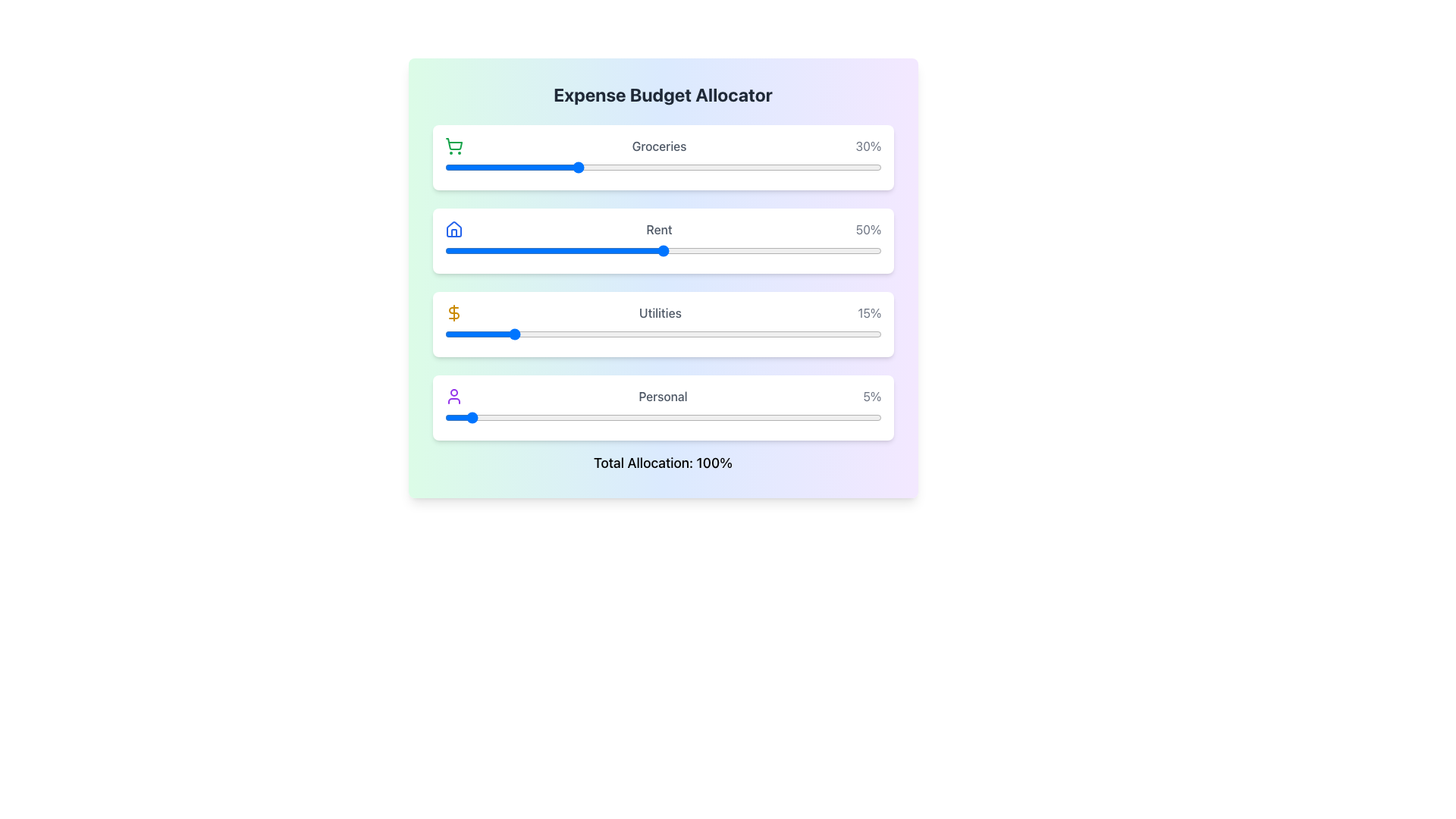 Image resolution: width=1456 pixels, height=819 pixels. What do you see at coordinates (671, 333) in the screenshot?
I see `utilities allocation` at bounding box center [671, 333].